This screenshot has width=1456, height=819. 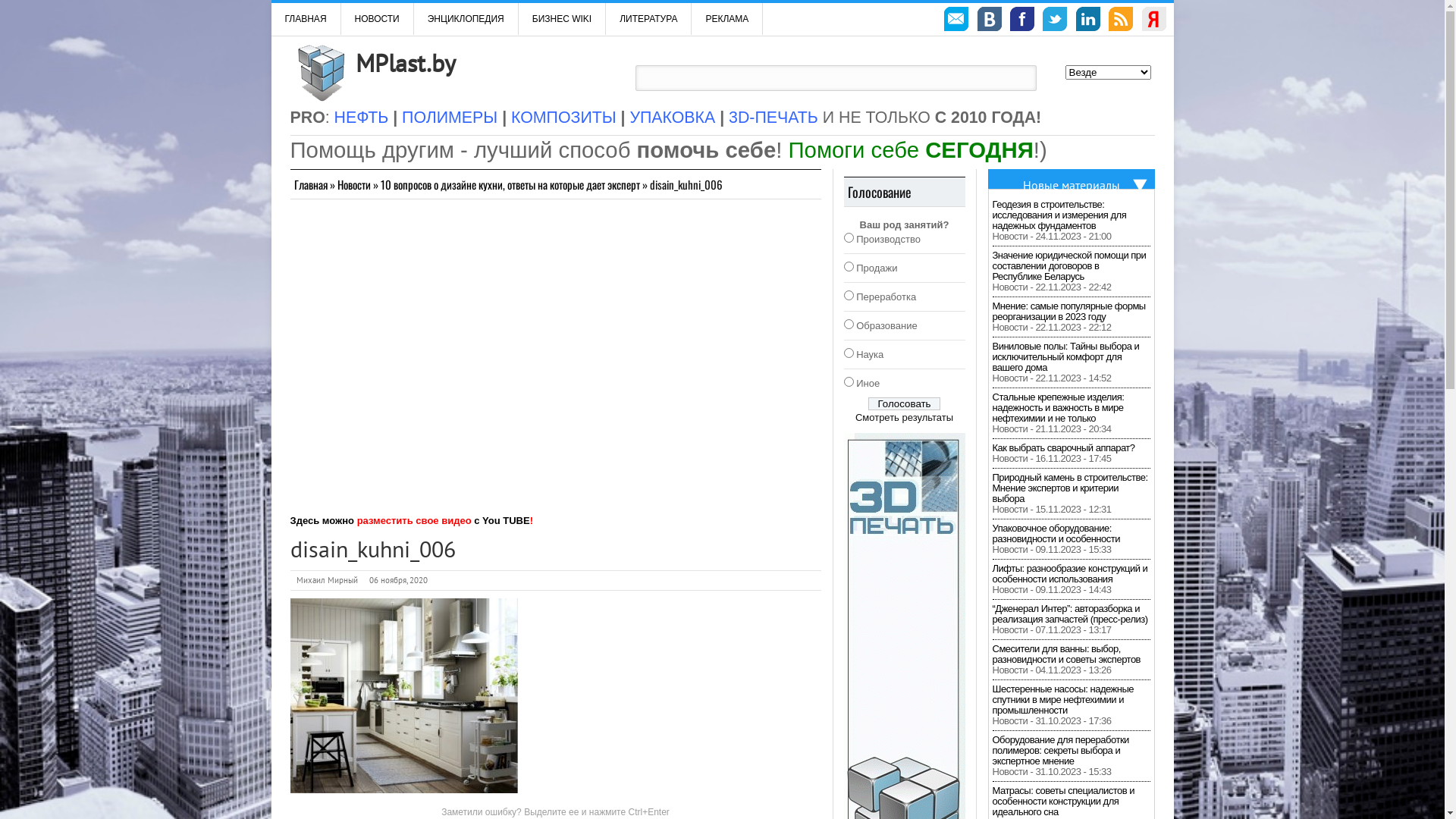 I want to click on 'MPlast.by', so click(x=404, y=62).